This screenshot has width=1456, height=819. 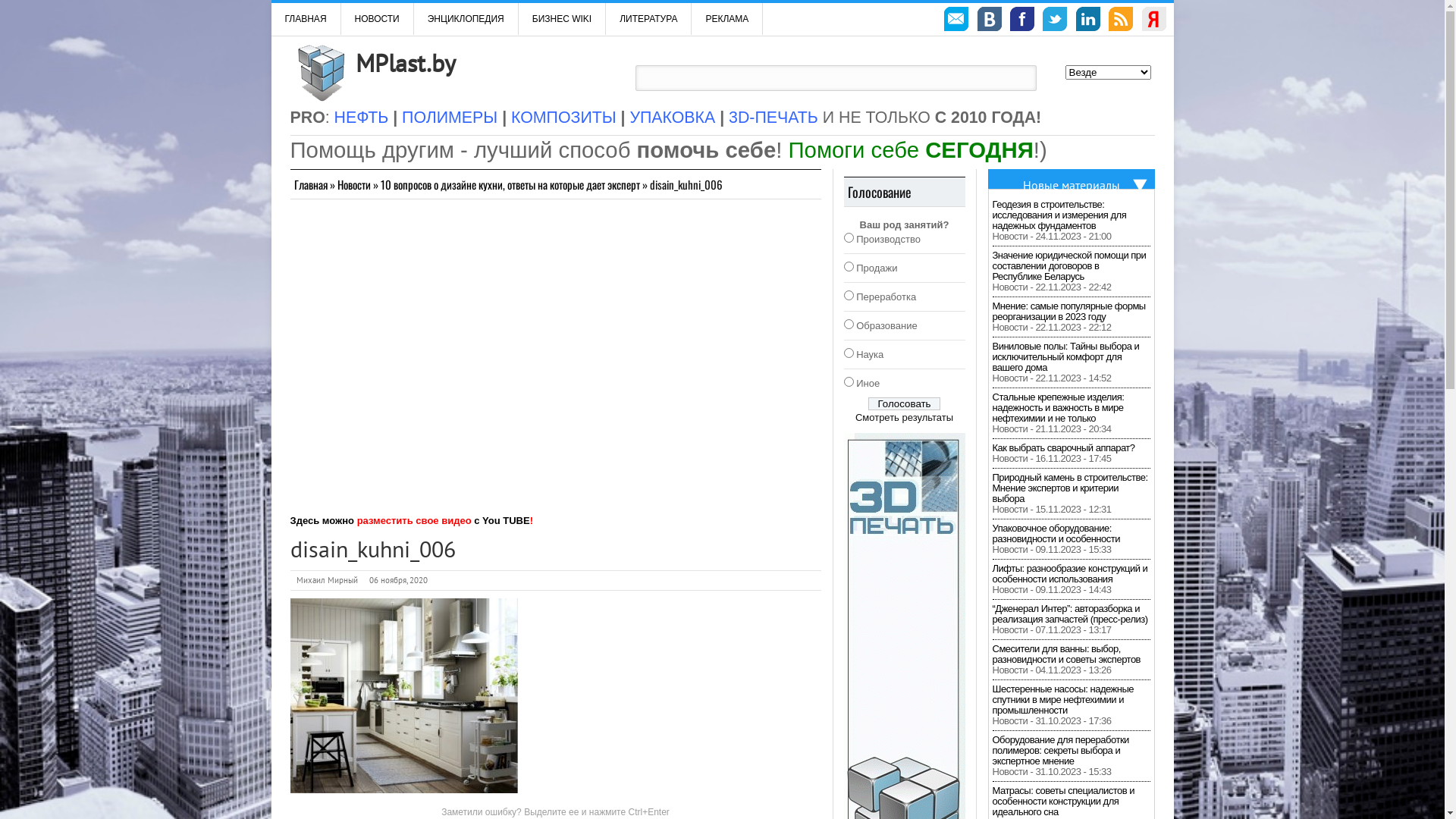 I want to click on 'MPlast.by', so click(x=404, y=62).